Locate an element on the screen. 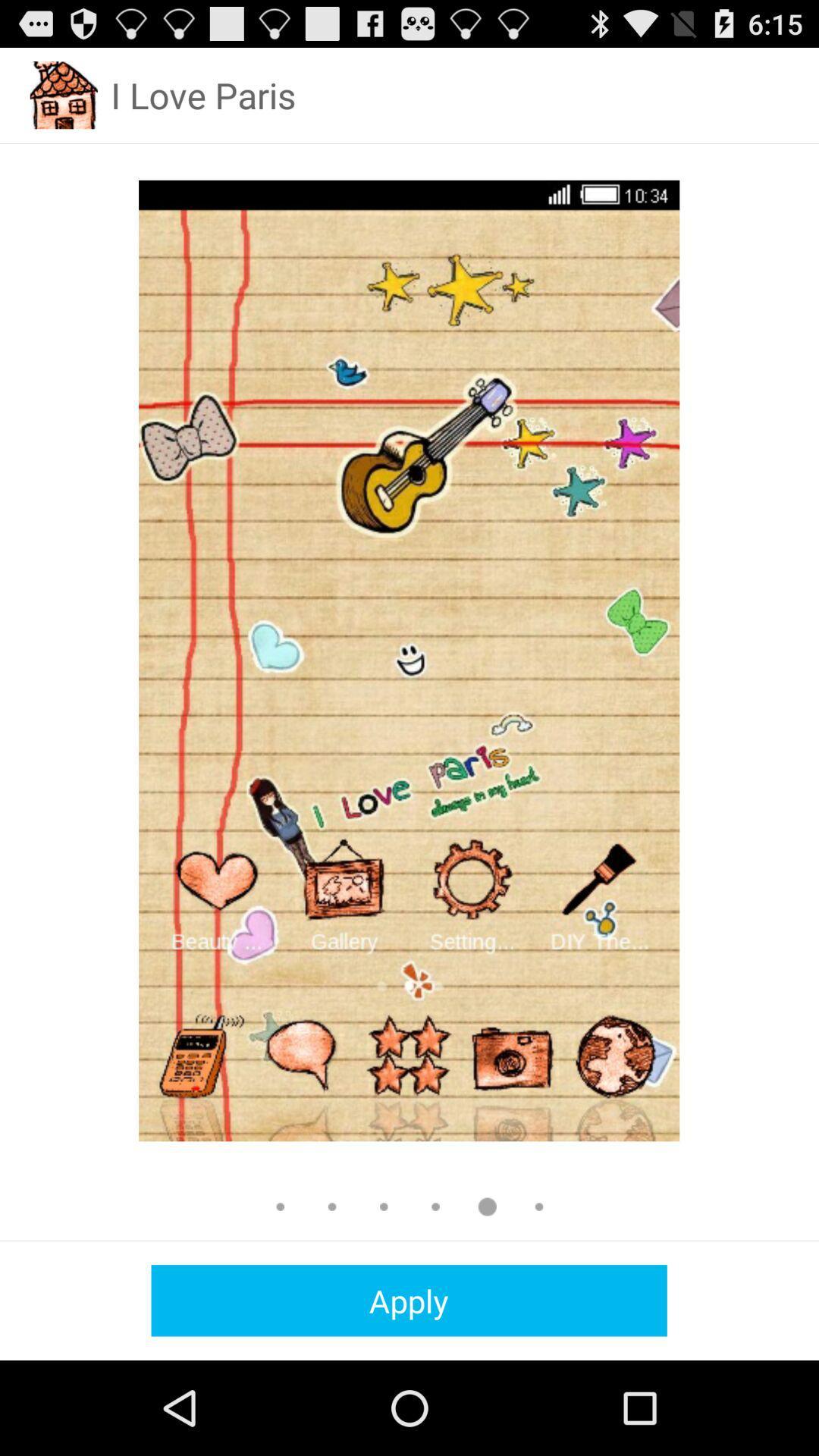 Image resolution: width=819 pixels, height=1456 pixels. apply is located at coordinates (408, 1300).